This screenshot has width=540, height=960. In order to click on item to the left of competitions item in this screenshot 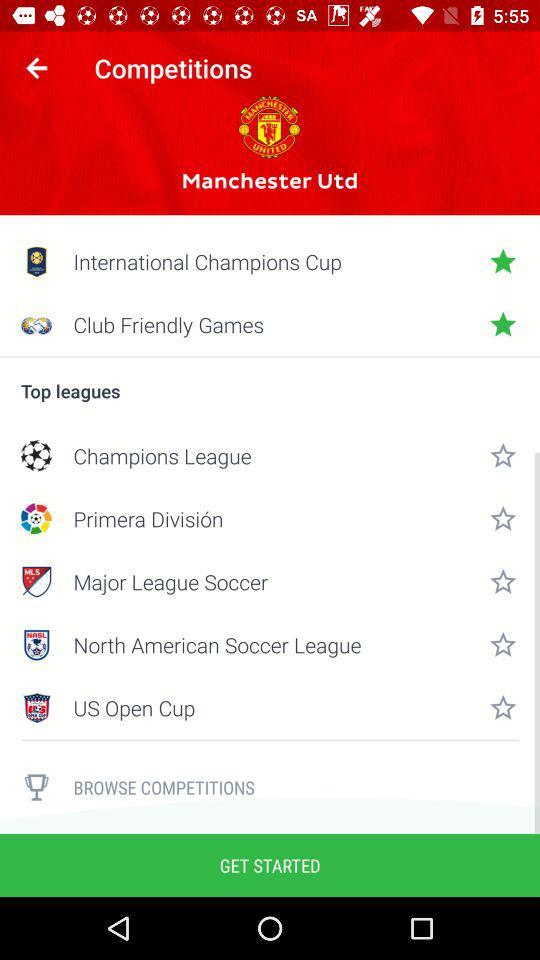, I will do `click(36, 68)`.